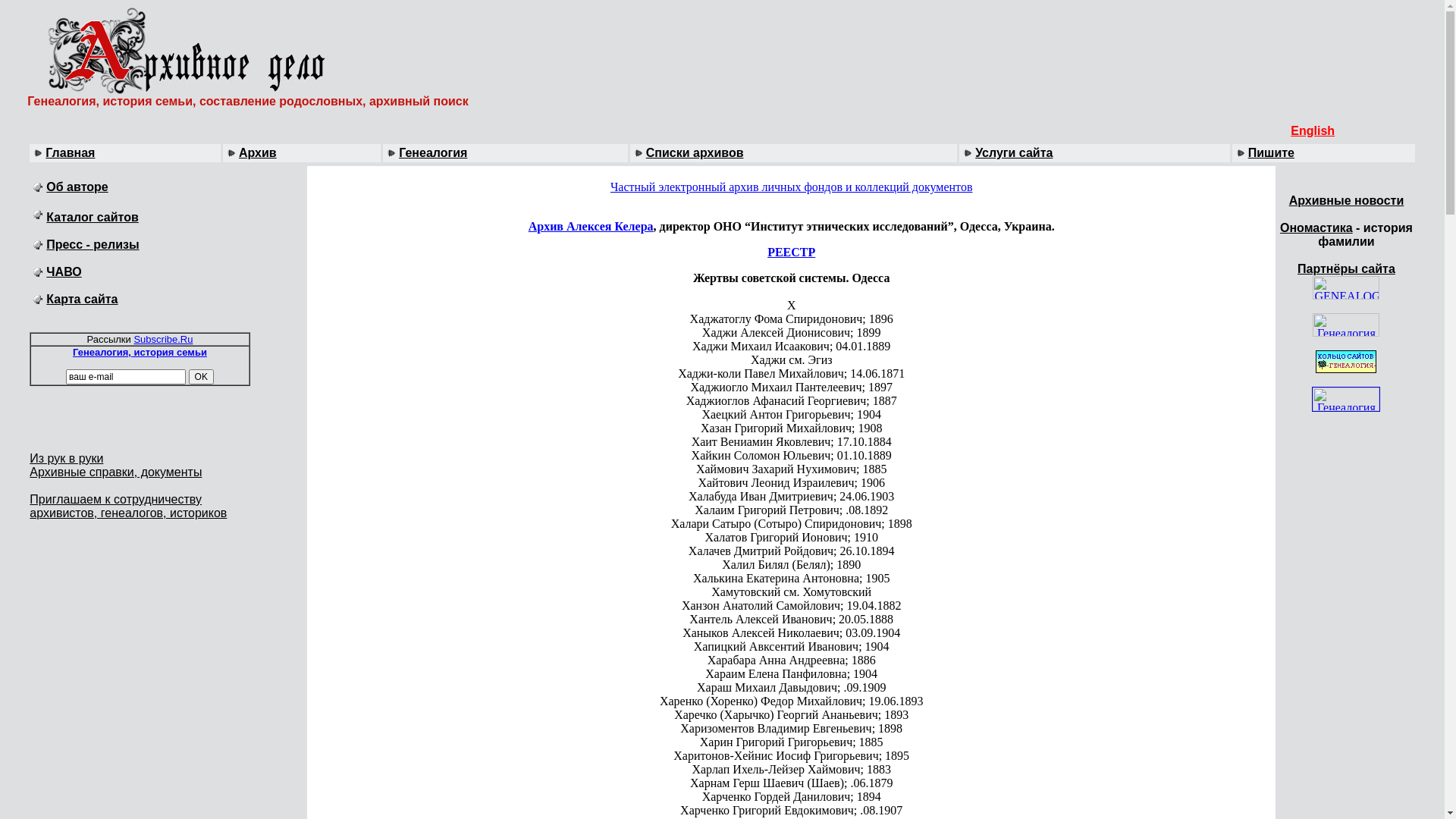  Describe the element at coordinates (163, 338) in the screenshot. I see `'Subscribe.Ru'` at that location.